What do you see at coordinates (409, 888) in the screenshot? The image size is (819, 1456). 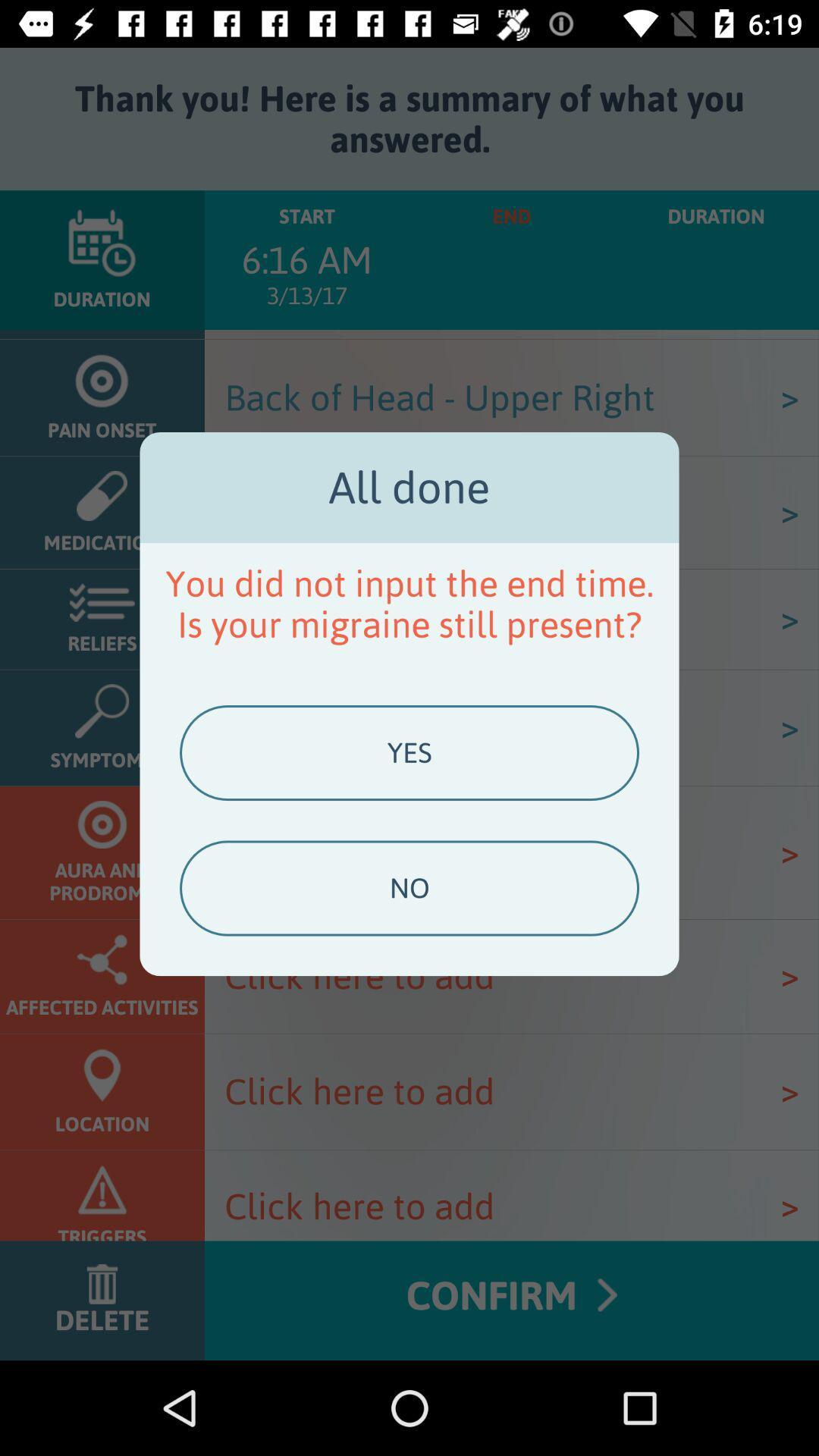 I see `the button below yes icon` at bounding box center [409, 888].